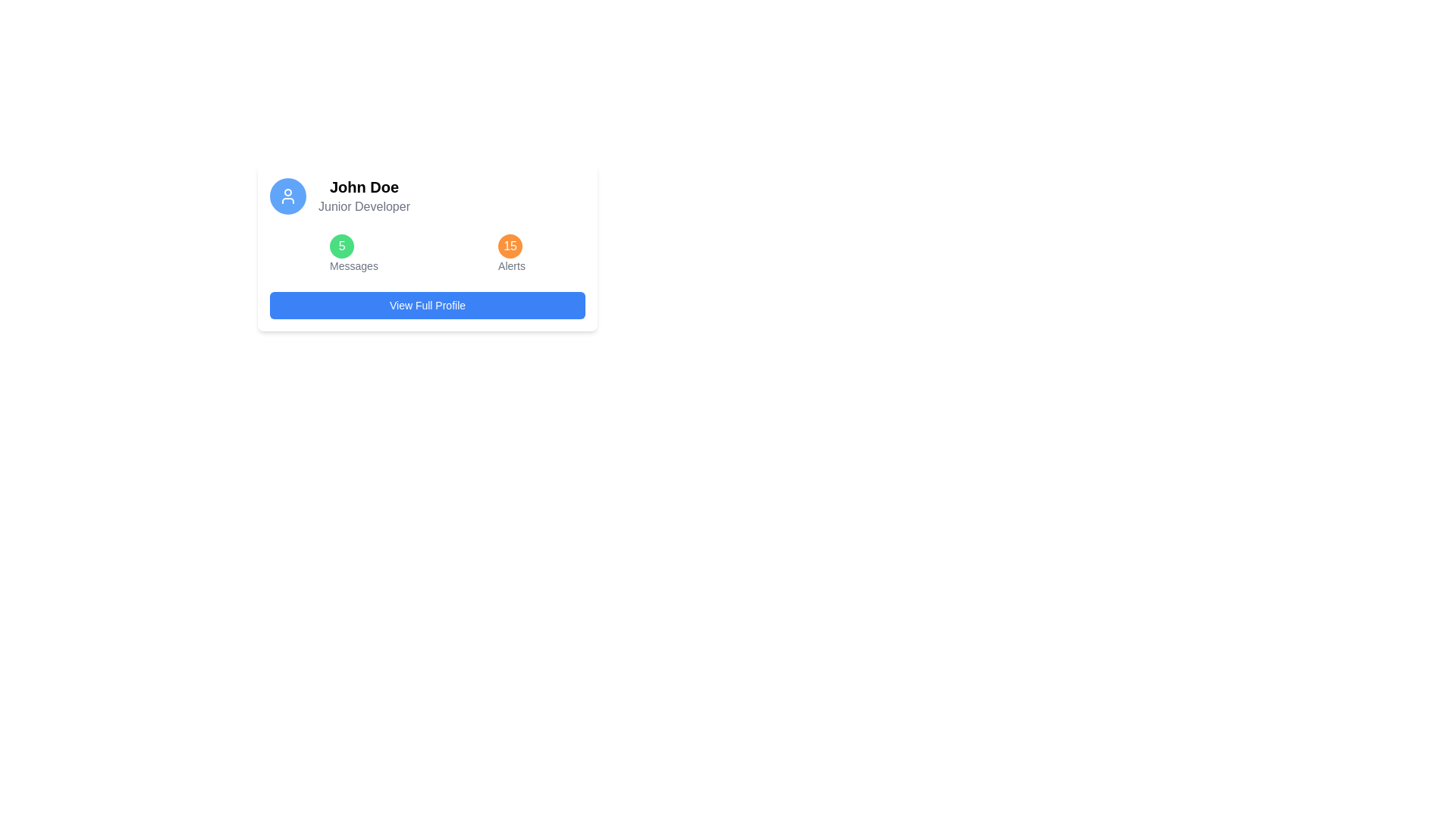  I want to click on the informational badge displaying '5 Messages', so click(353, 253).